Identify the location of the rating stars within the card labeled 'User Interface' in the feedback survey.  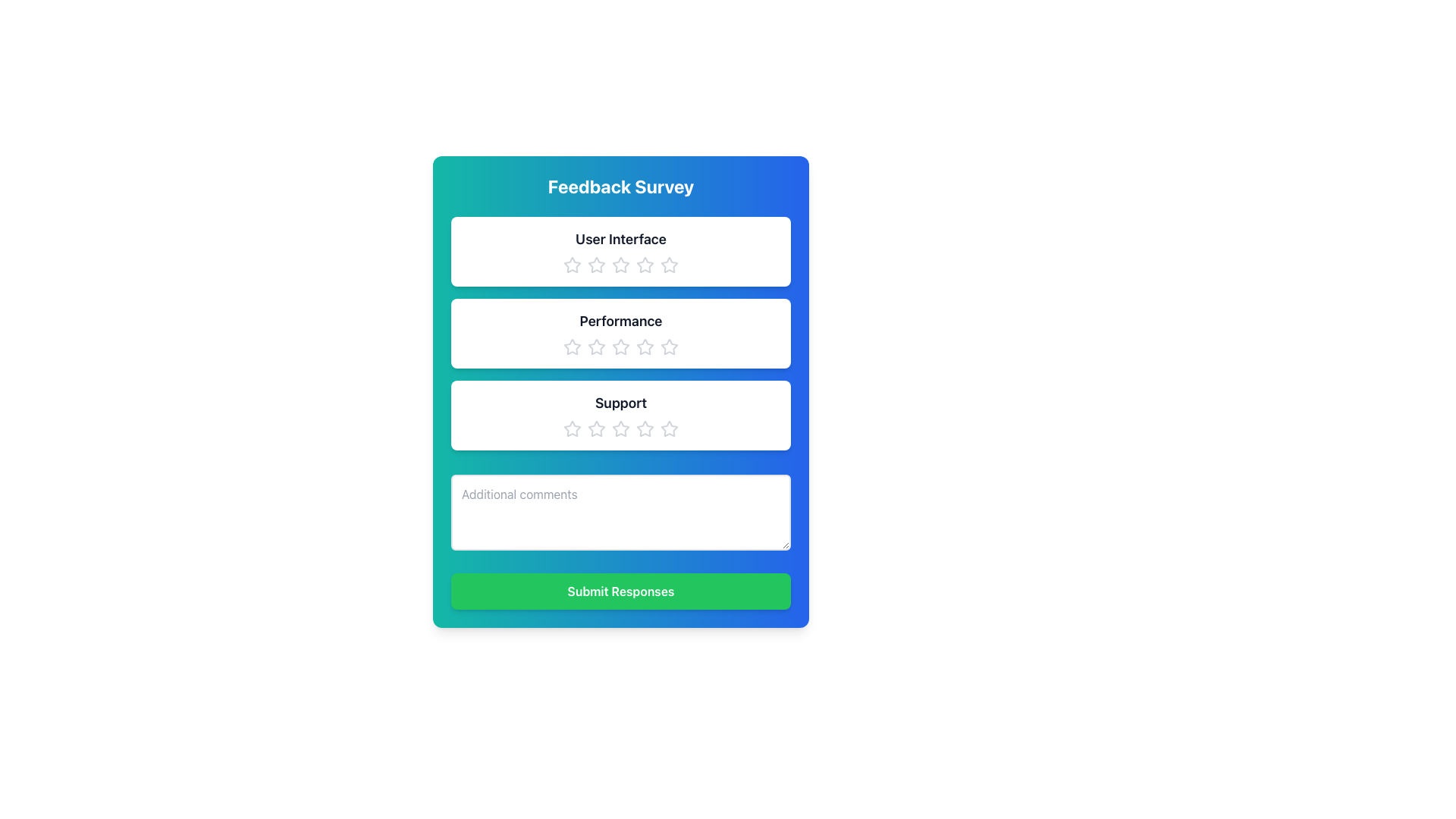
(621, 250).